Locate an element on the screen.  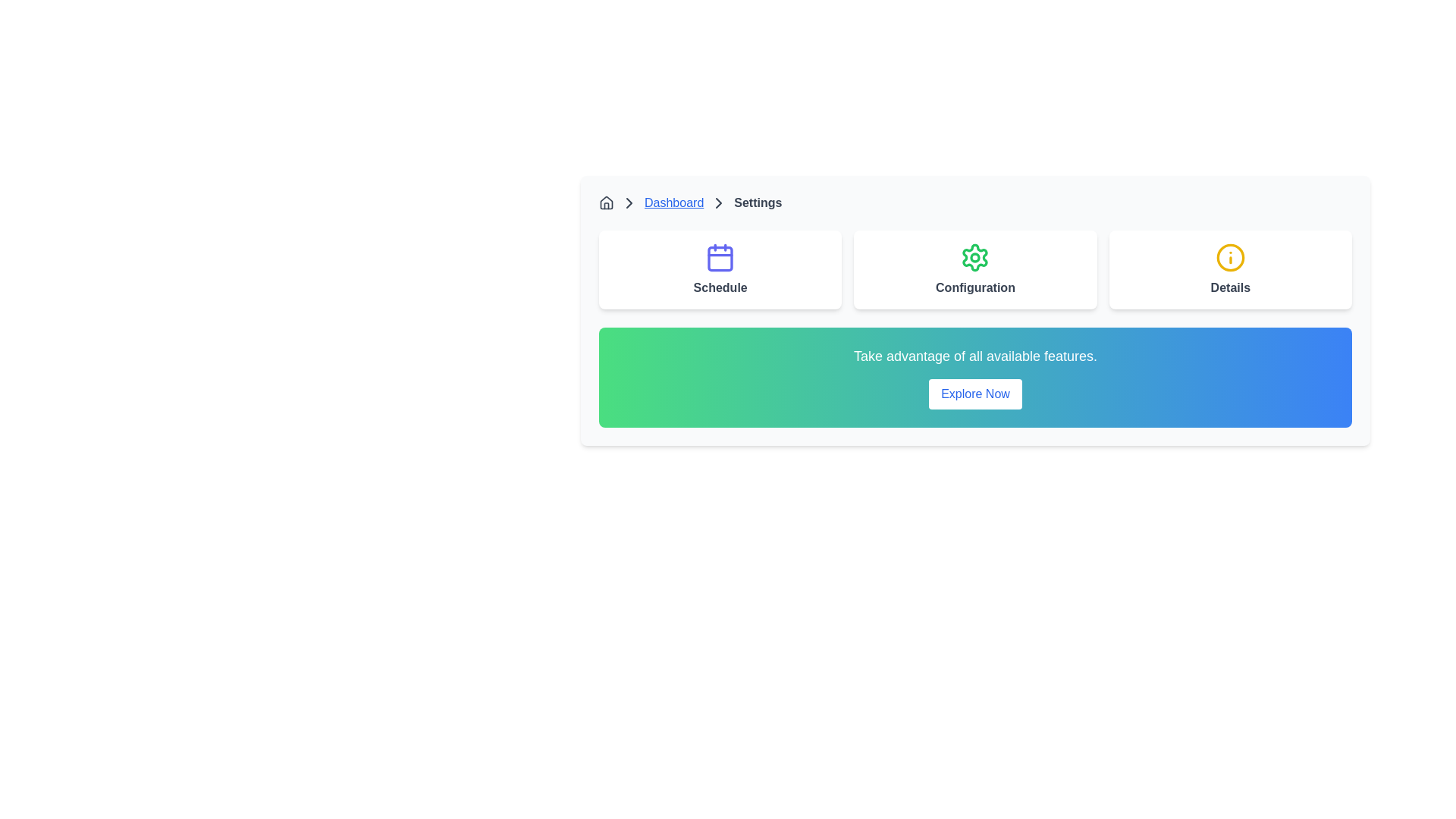
the first chevron icon in the breadcrumb navigation bar is located at coordinates (629, 202).